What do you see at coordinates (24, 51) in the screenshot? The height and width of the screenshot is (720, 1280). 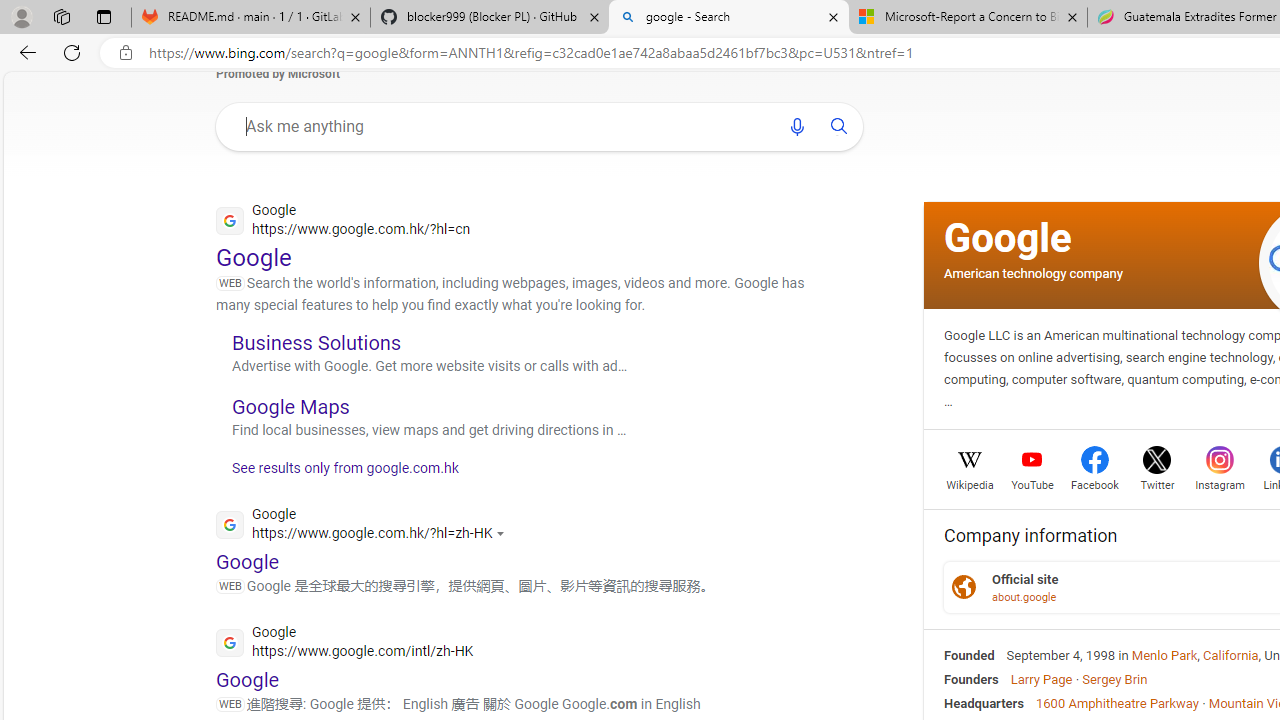 I see `'Back'` at bounding box center [24, 51].